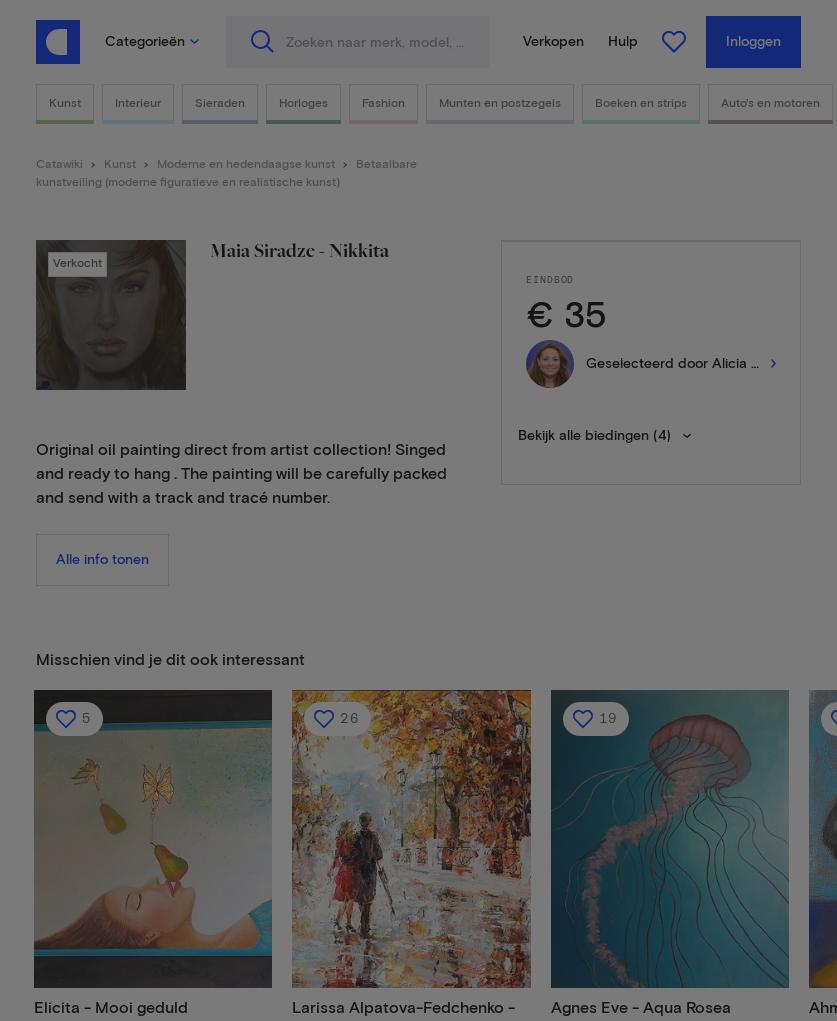 The height and width of the screenshot is (1021, 837). Describe the element at coordinates (218, 102) in the screenshot. I see `'Sieraden'` at that location.